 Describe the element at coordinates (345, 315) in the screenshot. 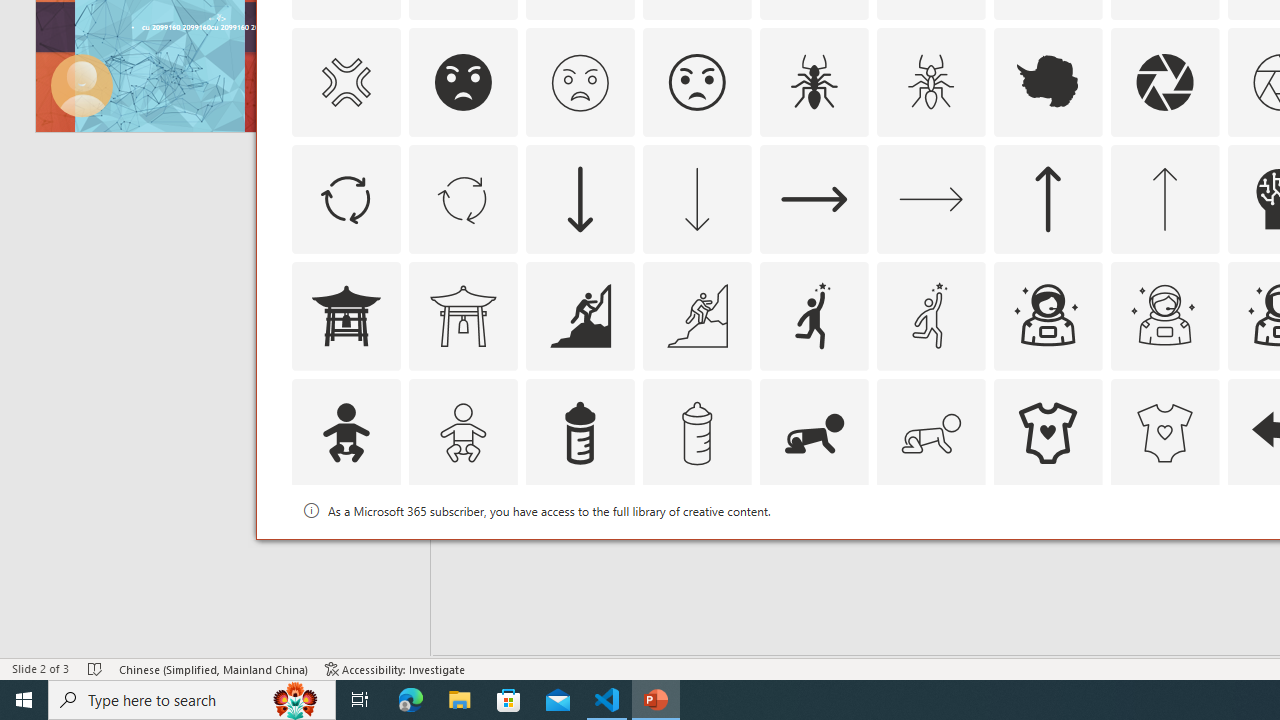

I see `'AutomationID: Icons_AsianTemple1'` at that location.